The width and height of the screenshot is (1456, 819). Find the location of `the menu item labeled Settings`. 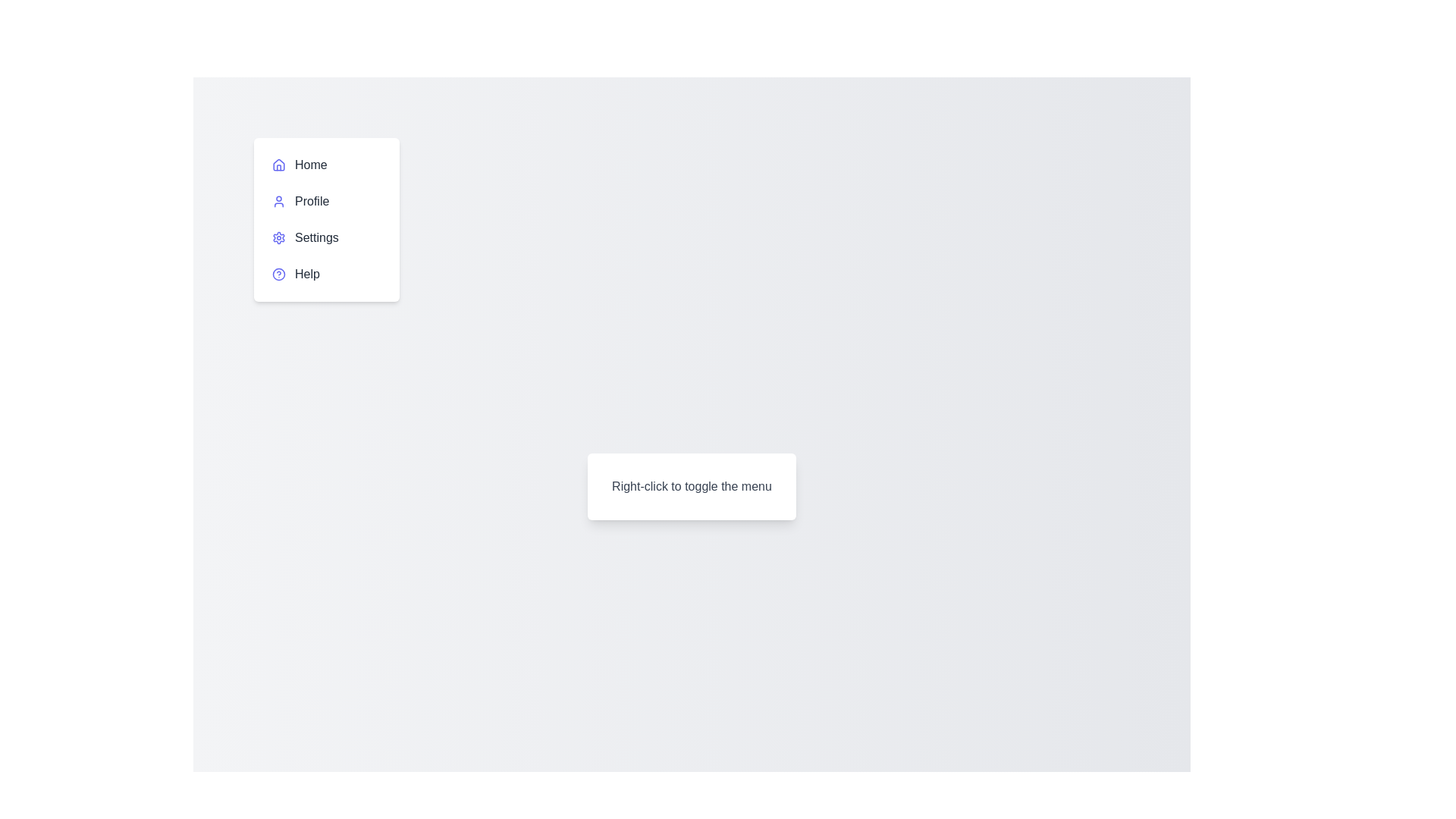

the menu item labeled Settings is located at coordinates (326, 237).